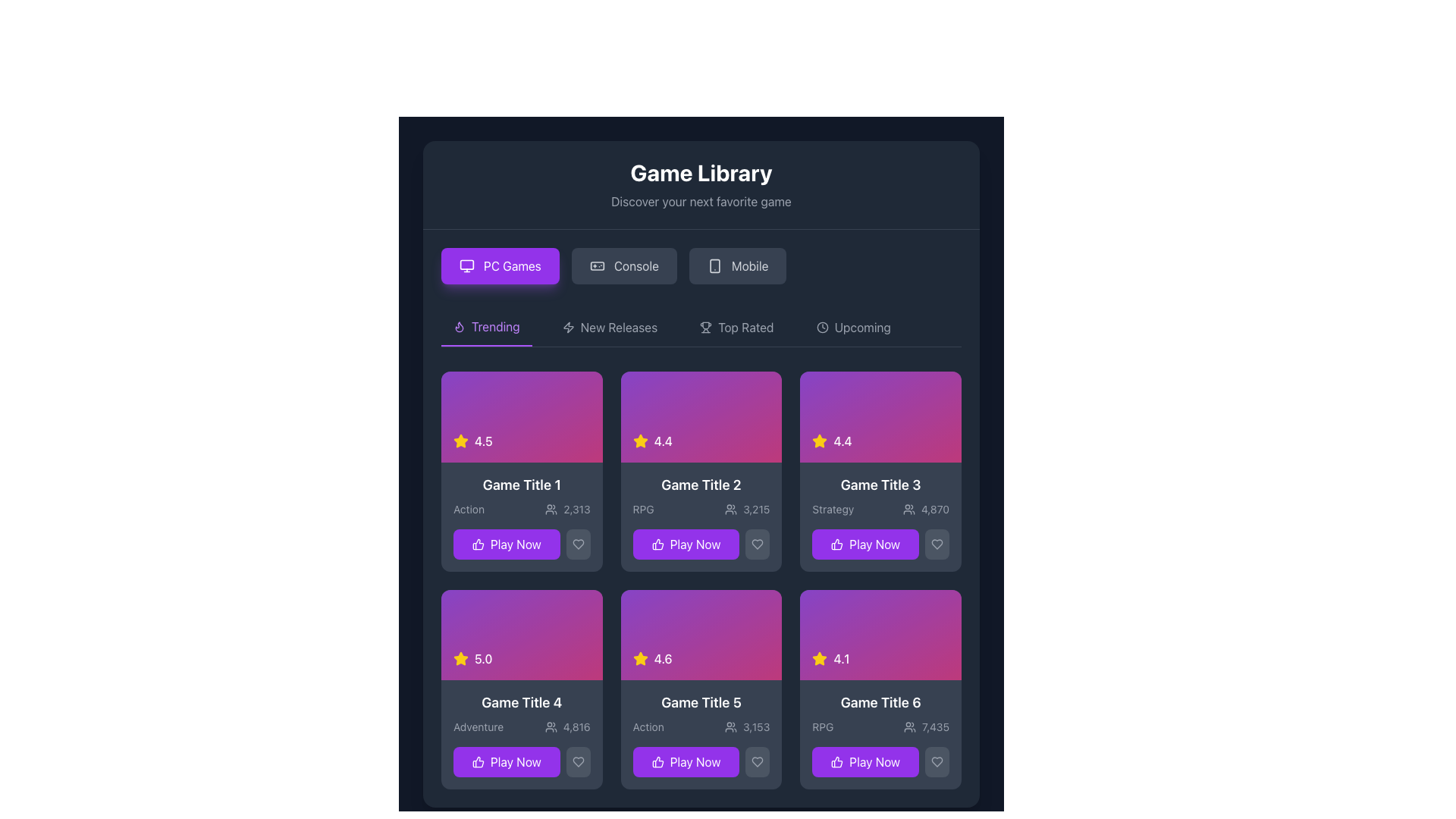 The width and height of the screenshot is (1456, 819). Describe the element at coordinates (865, 543) in the screenshot. I see `the purple rectangular button labeled 'Play Now' with a thumbs-up icon, located in the card for 'Game Title 3'` at that location.